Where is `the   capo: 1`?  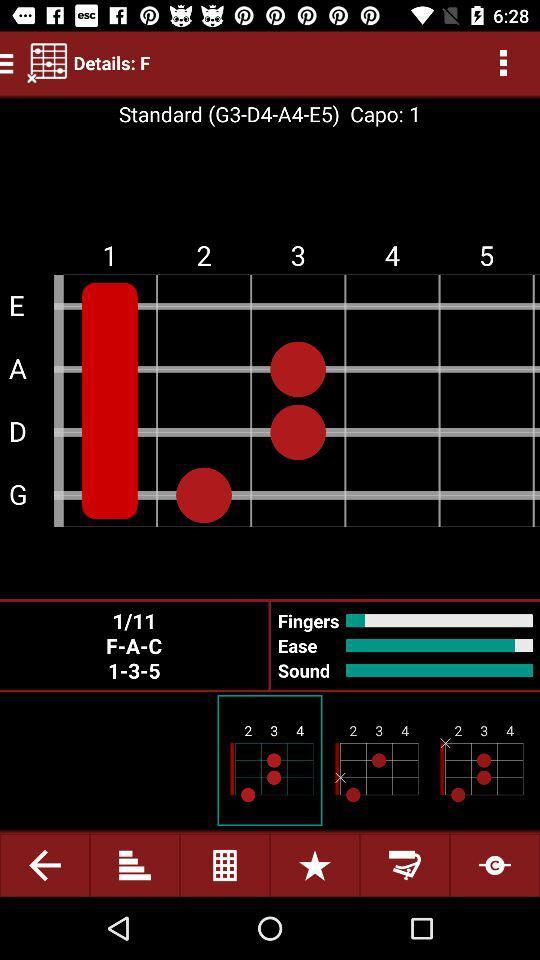
the   capo: 1 is located at coordinates (380, 114).